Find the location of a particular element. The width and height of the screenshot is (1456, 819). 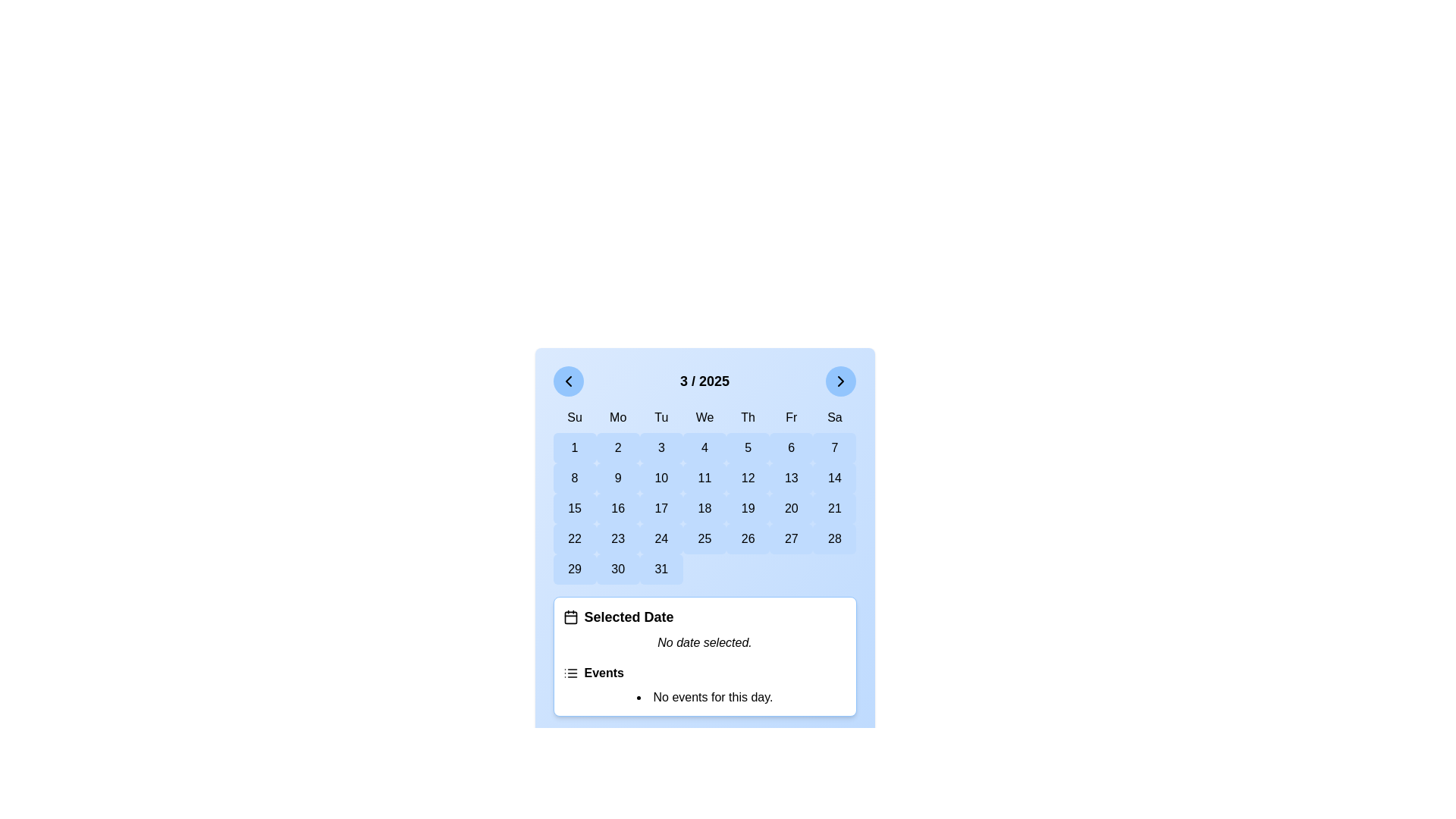

the highlighted 25th day in the Interactive calendar component for March 2025 is located at coordinates (704, 540).